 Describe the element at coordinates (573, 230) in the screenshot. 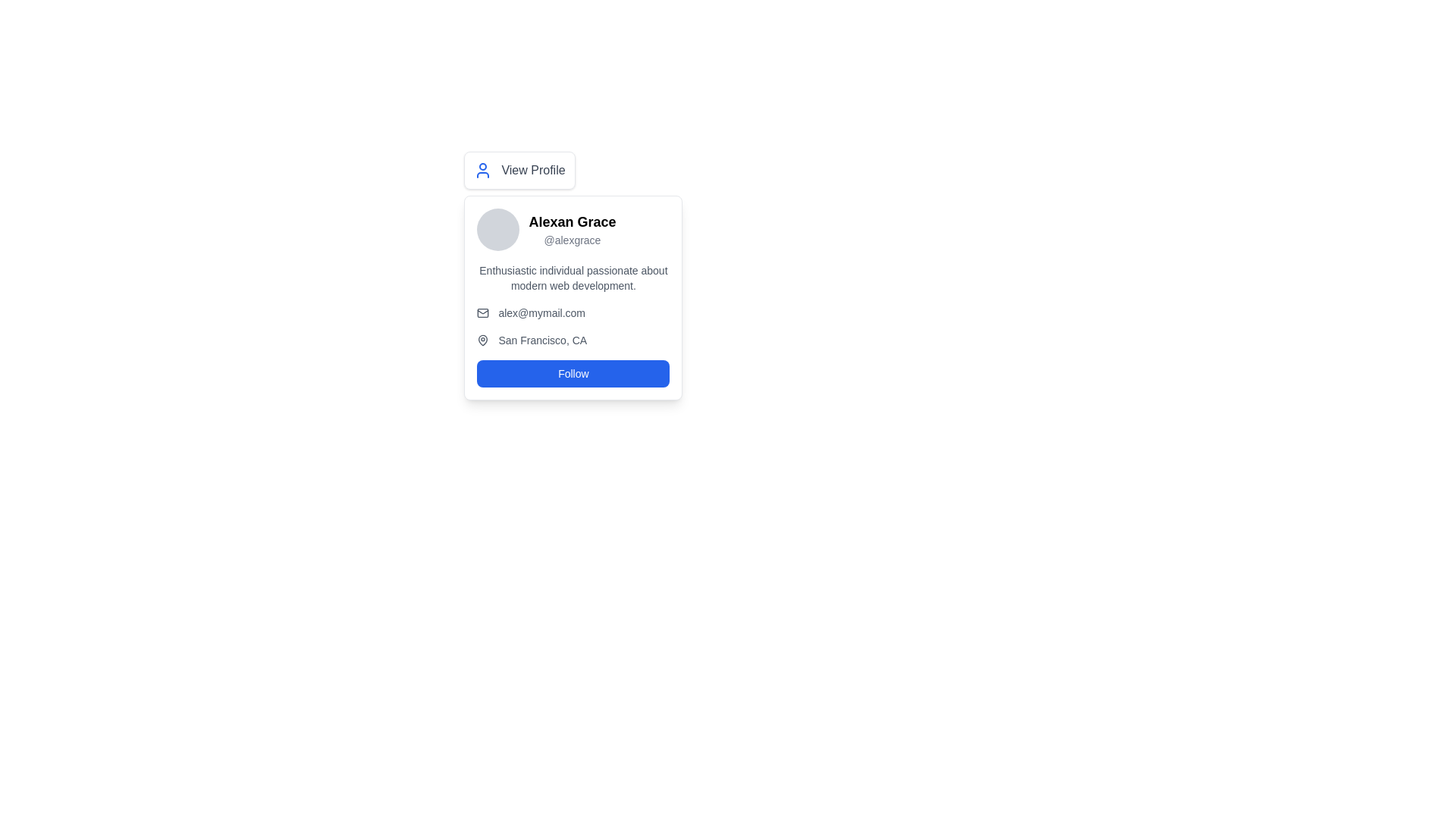

I see `the Profile display section containing the user profile with the name 'Alexan Grace' and handle '@alexgrace'` at that location.